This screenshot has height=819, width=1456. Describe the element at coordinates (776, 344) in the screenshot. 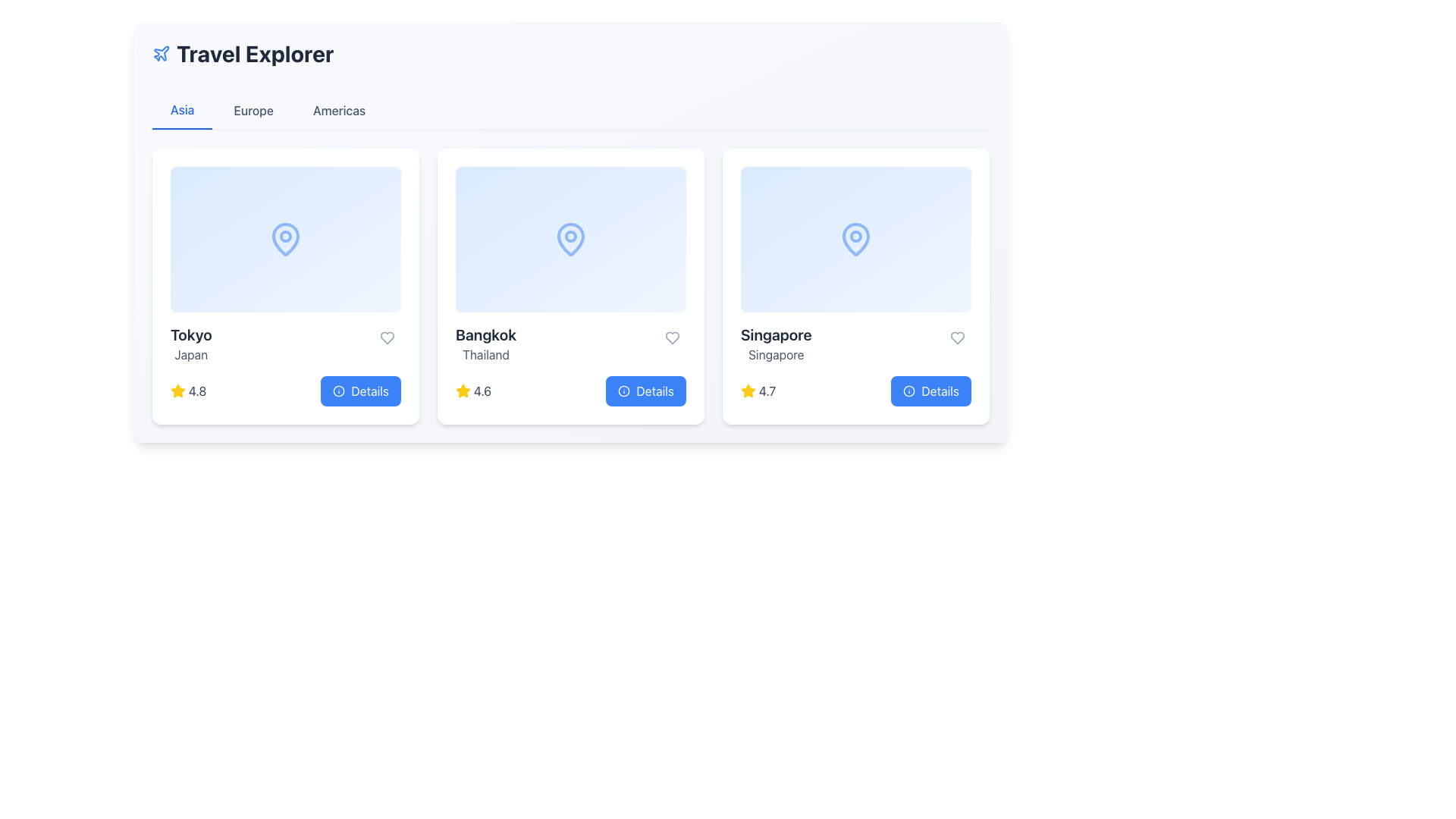

I see `text content of the Text display styled for emphasis that shows 'Singapore' in a larger, bold font and 'Singapore' in a smaller, lighter font, located as the third element in the row of location cards under the 'Asia' tab` at that location.